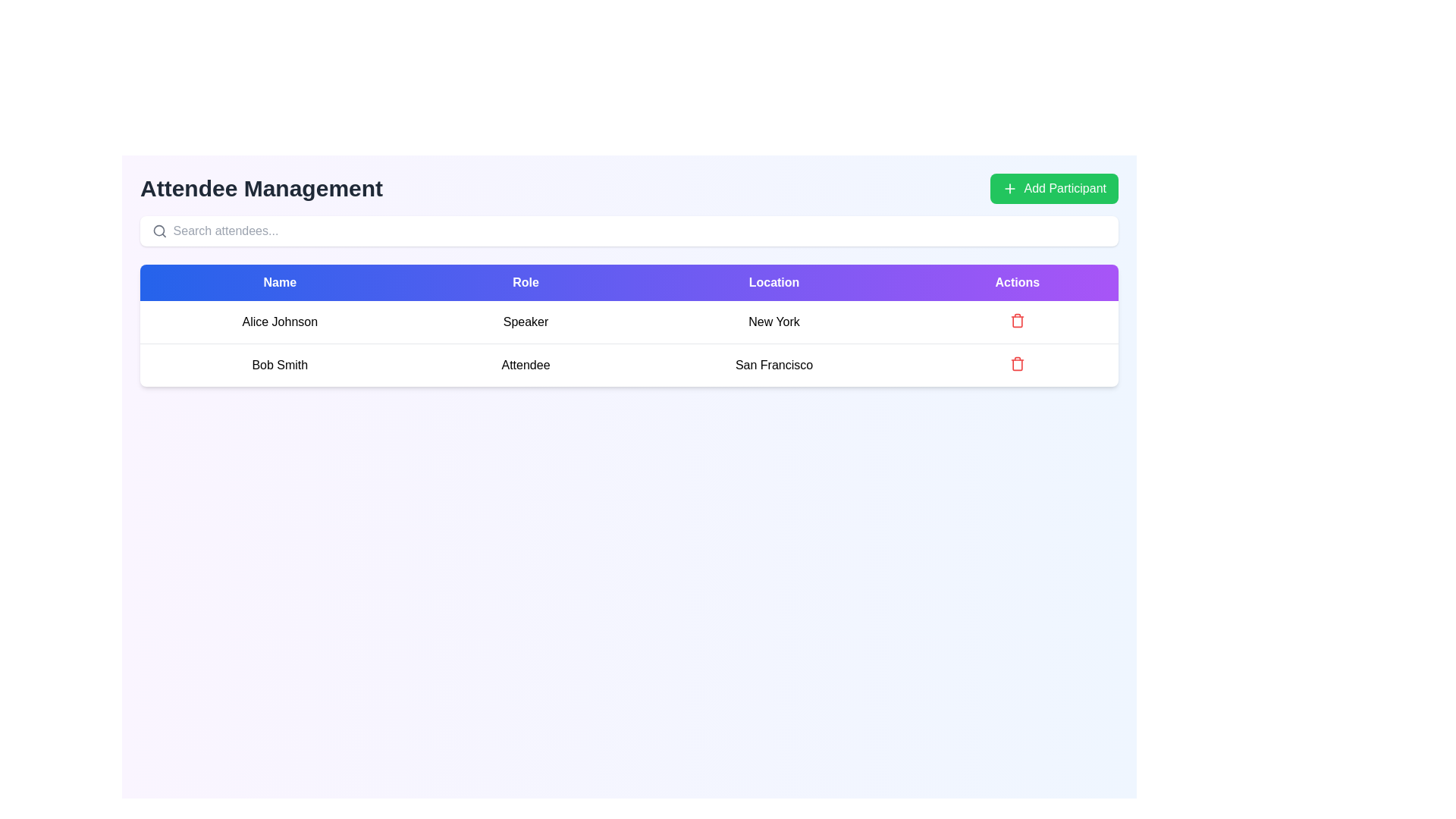  I want to click on the button located in the top-right corner of the interface, adjacent to the 'Attendee Management' subtitle, so click(1053, 188).